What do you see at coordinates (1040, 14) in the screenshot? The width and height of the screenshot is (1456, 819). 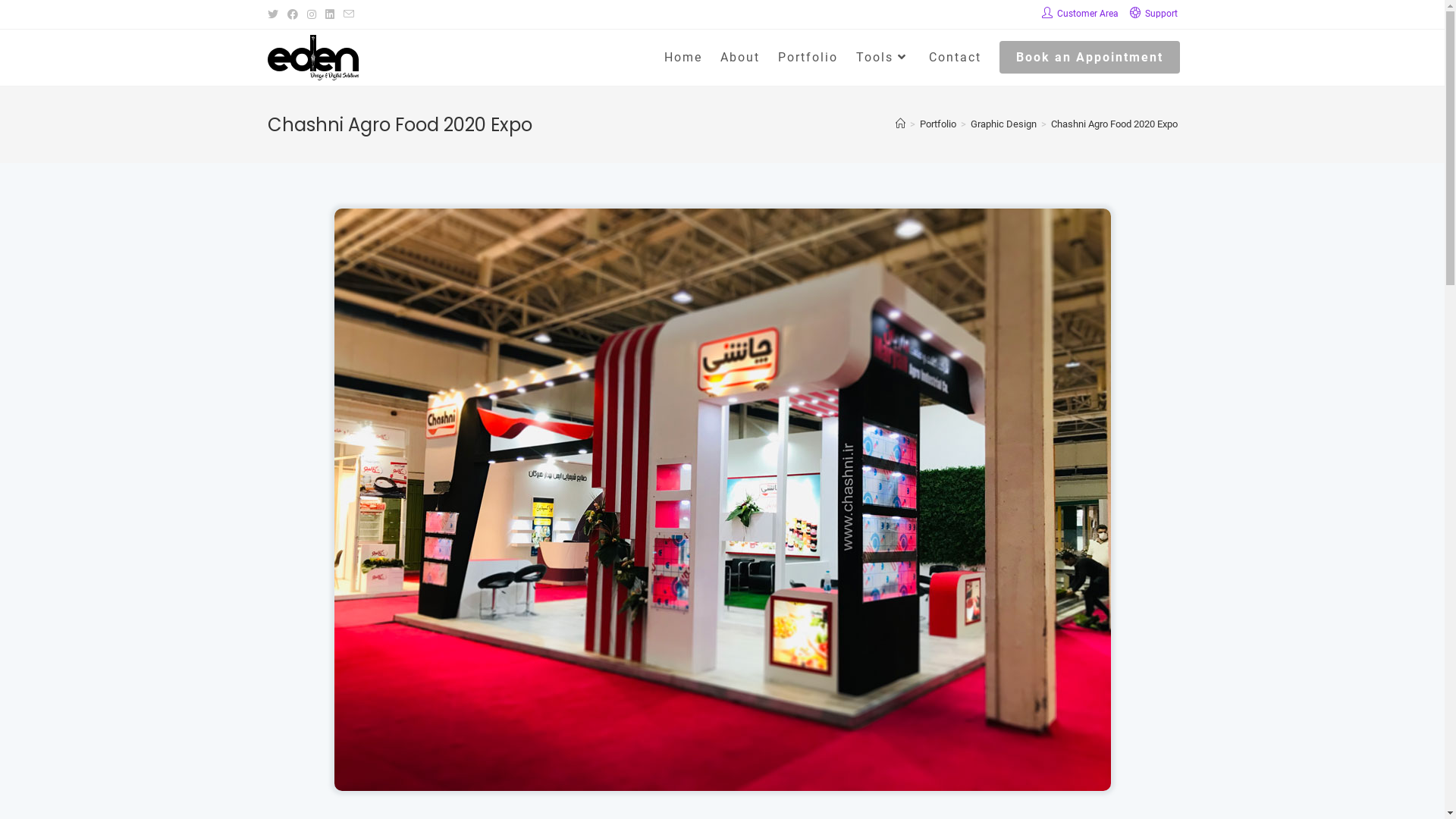 I see `'Customer Area'` at bounding box center [1040, 14].